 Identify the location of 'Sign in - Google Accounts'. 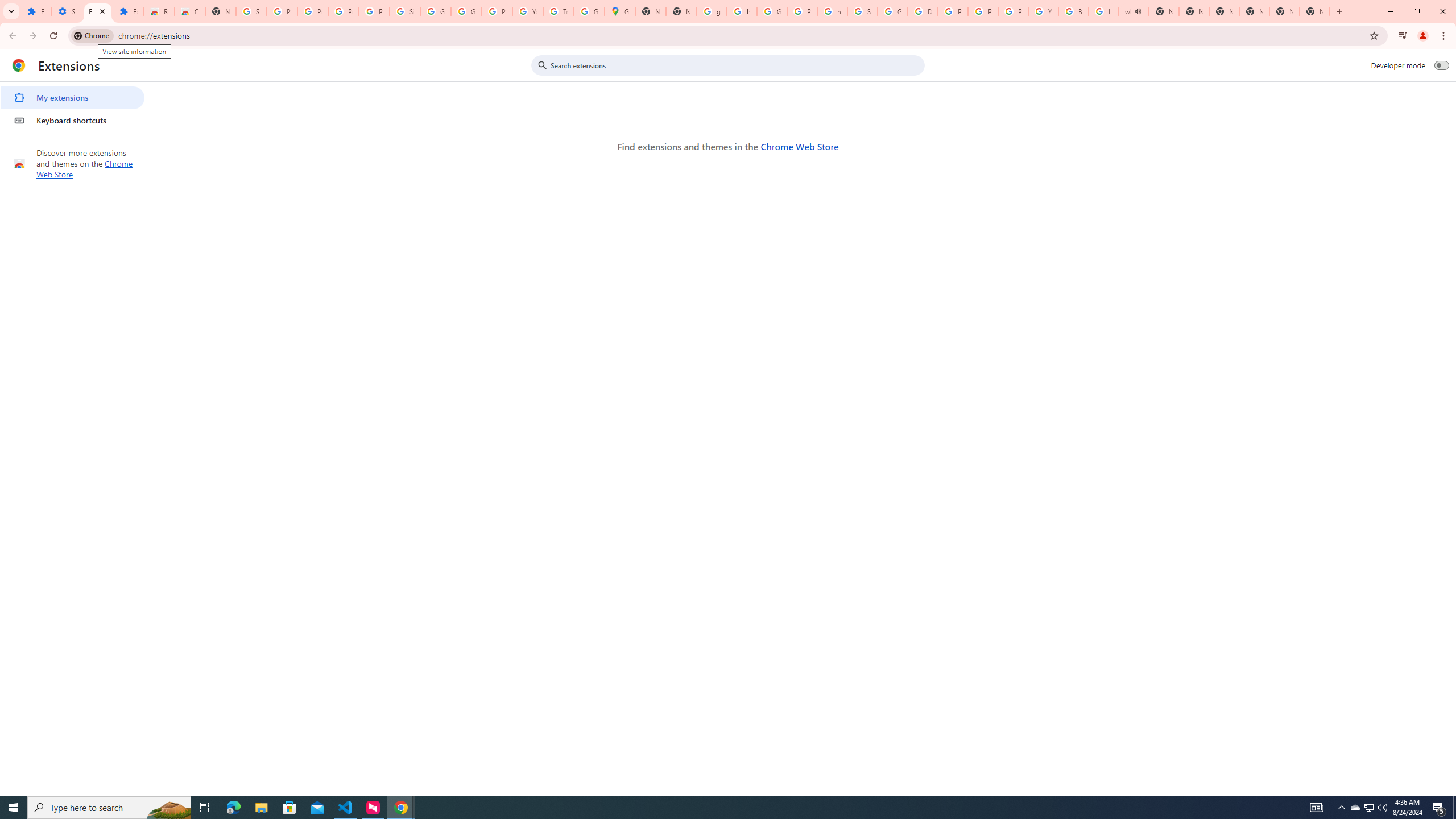
(251, 11).